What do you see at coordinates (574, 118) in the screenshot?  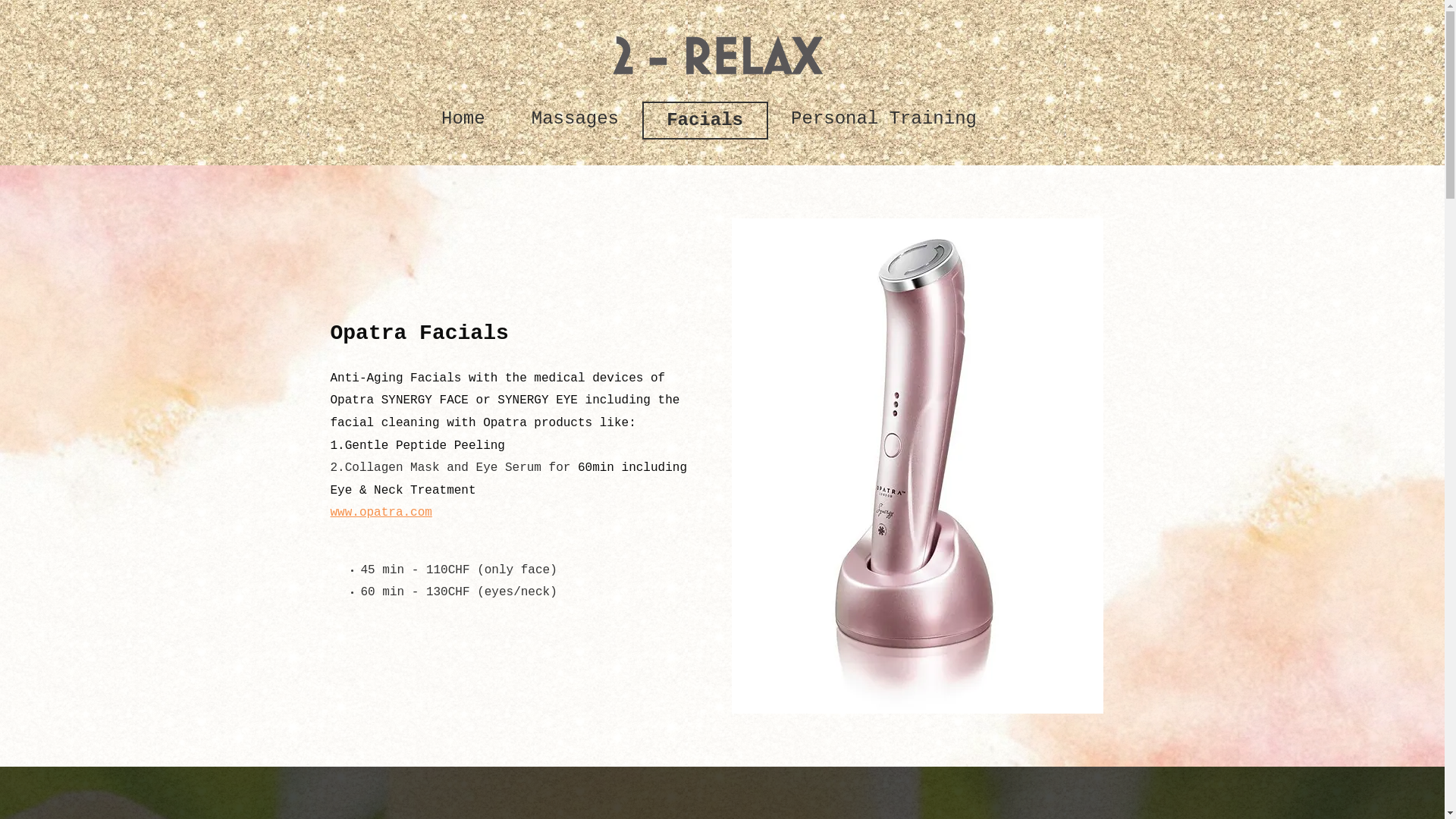 I see `'Massages'` at bounding box center [574, 118].